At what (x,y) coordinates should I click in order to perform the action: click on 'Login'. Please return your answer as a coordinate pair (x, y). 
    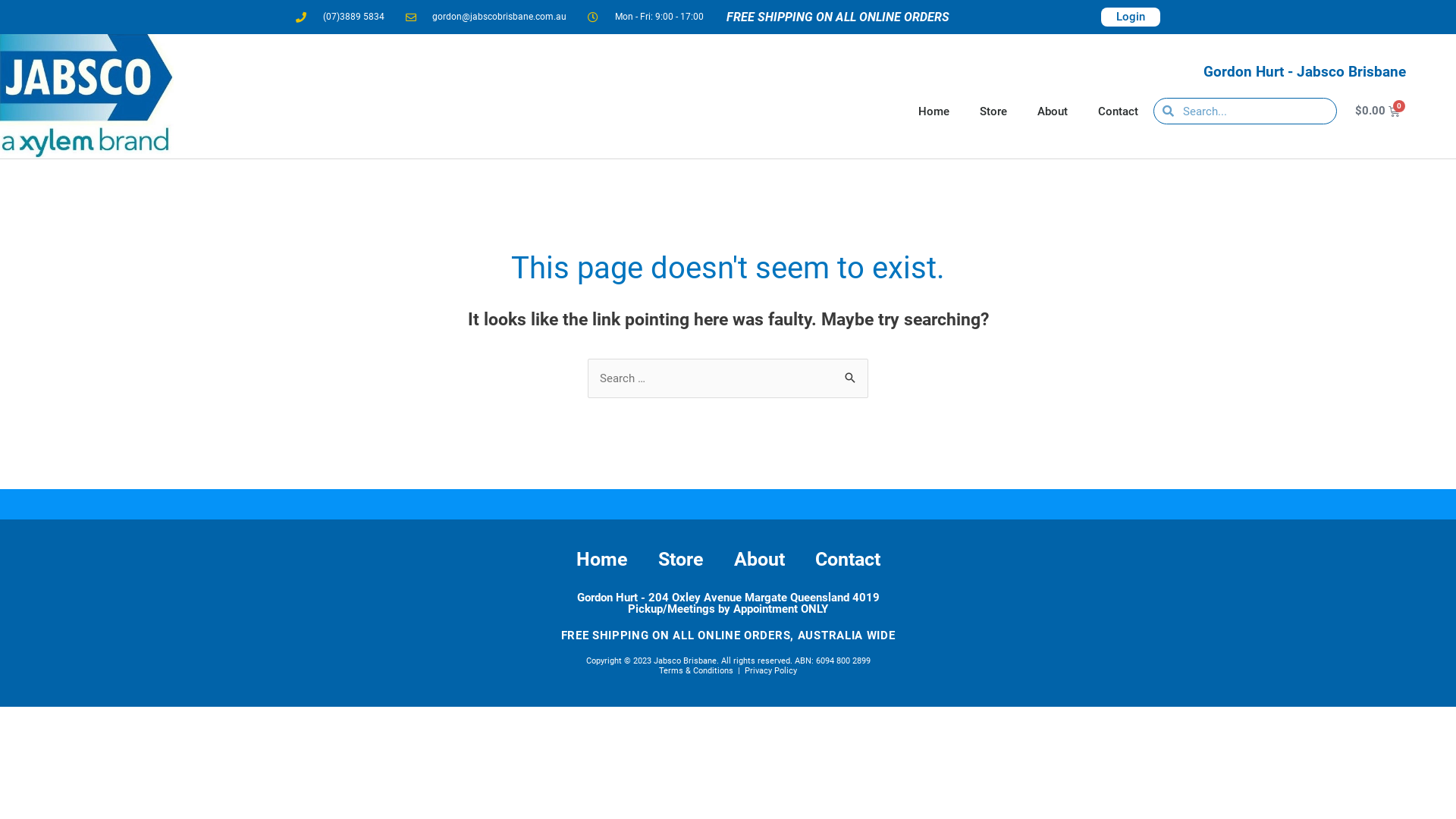
    Looking at the image, I should click on (1100, 17).